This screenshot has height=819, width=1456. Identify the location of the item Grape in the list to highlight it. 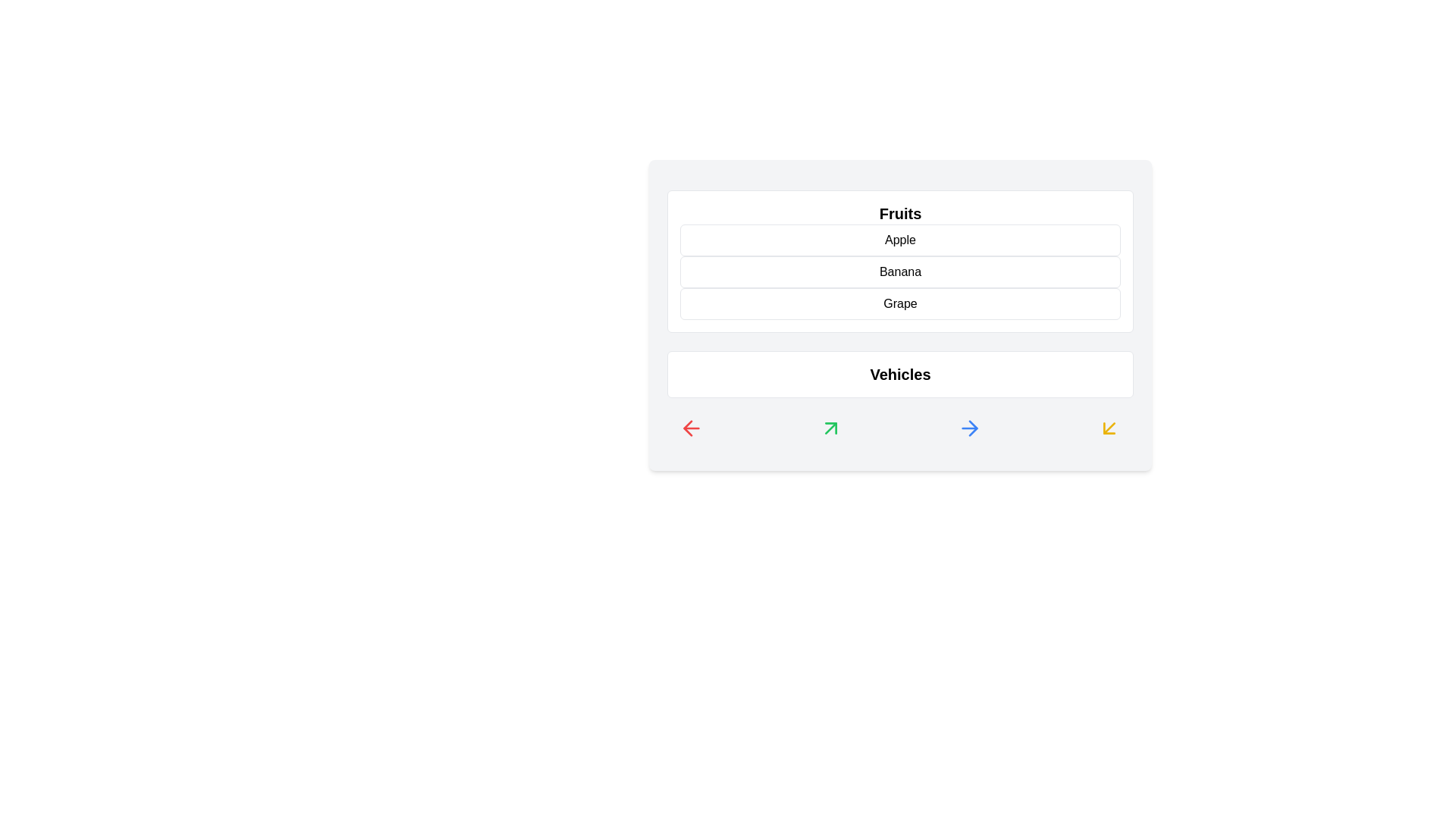
(900, 304).